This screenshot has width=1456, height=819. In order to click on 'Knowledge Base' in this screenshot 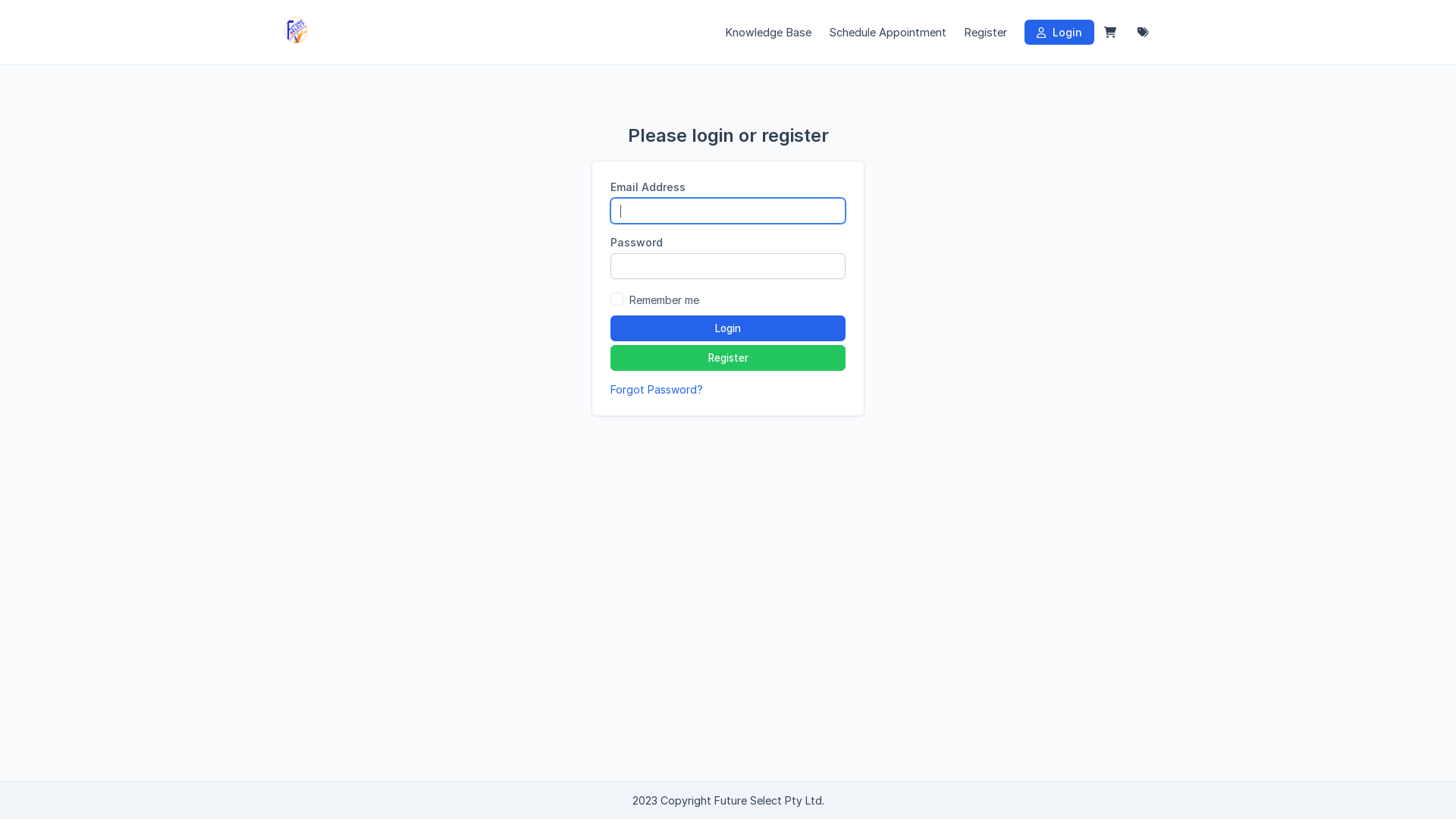, I will do `click(716, 32)`.